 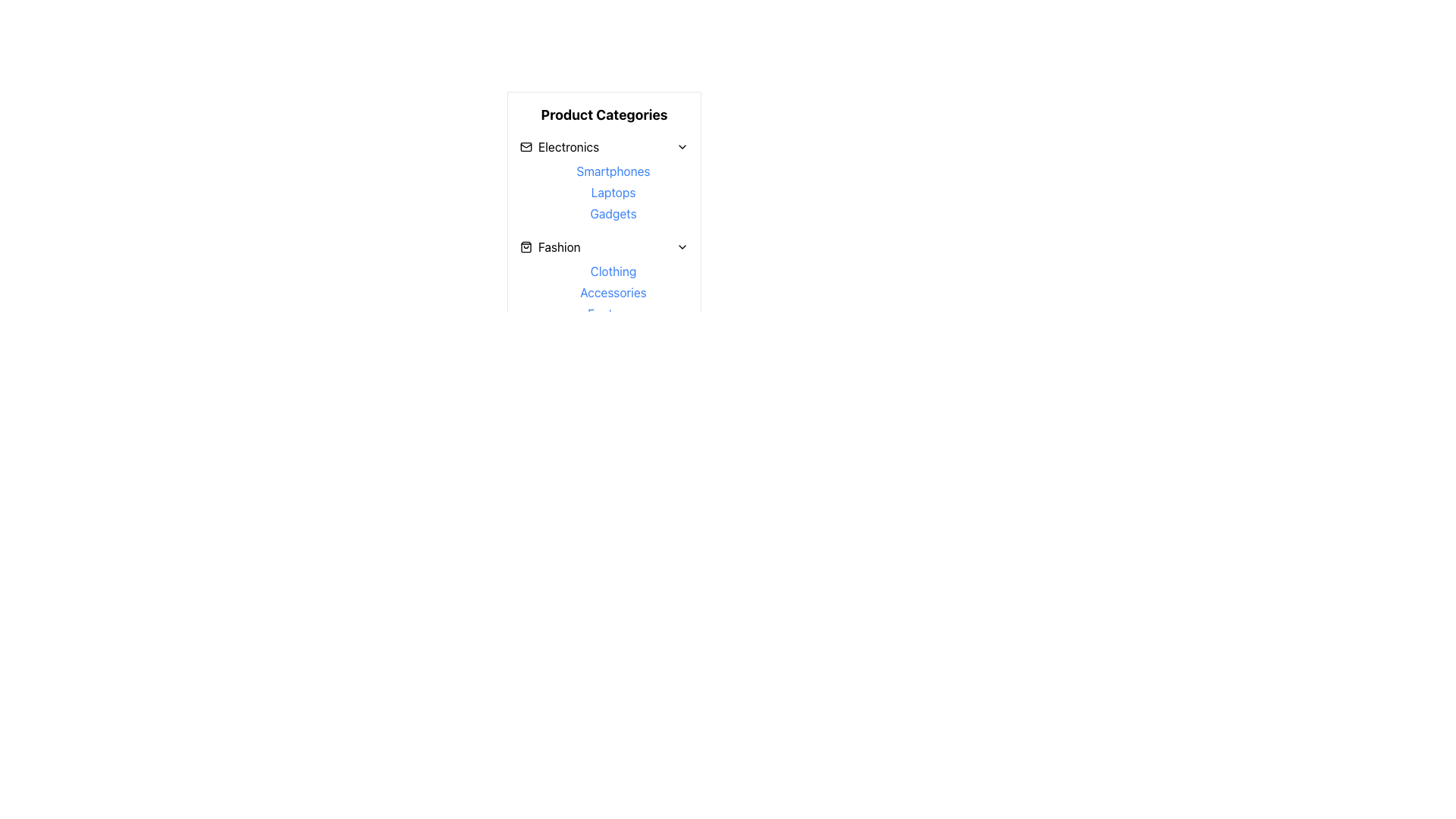 What do you see at coordinates (613, 292) in the screenshot?
I see `the 'Accessories' text link located in the 'Fashion' category` at bounding box center [613, 292].